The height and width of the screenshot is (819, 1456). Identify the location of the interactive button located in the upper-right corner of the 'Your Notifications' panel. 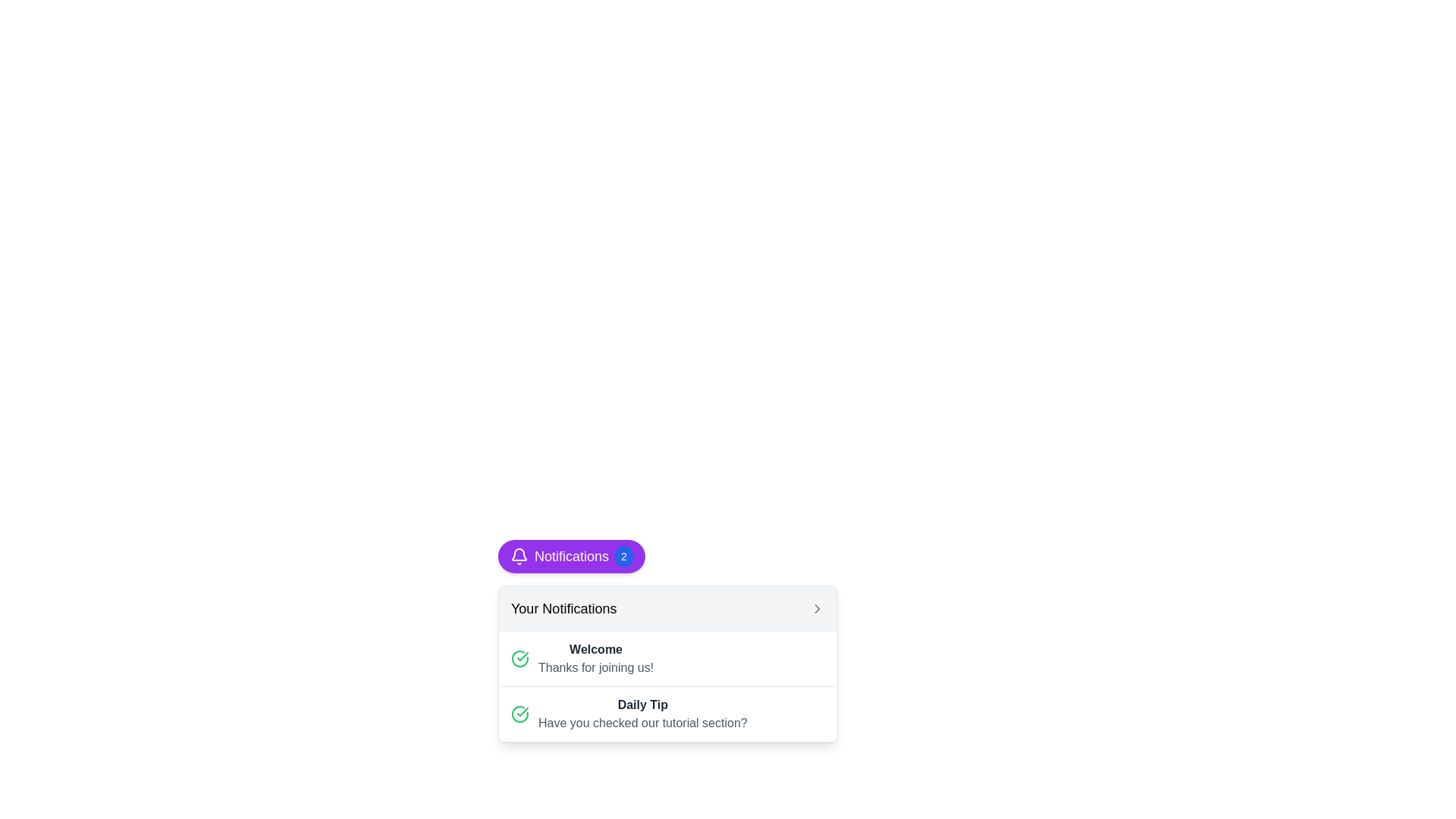
(817, 607).